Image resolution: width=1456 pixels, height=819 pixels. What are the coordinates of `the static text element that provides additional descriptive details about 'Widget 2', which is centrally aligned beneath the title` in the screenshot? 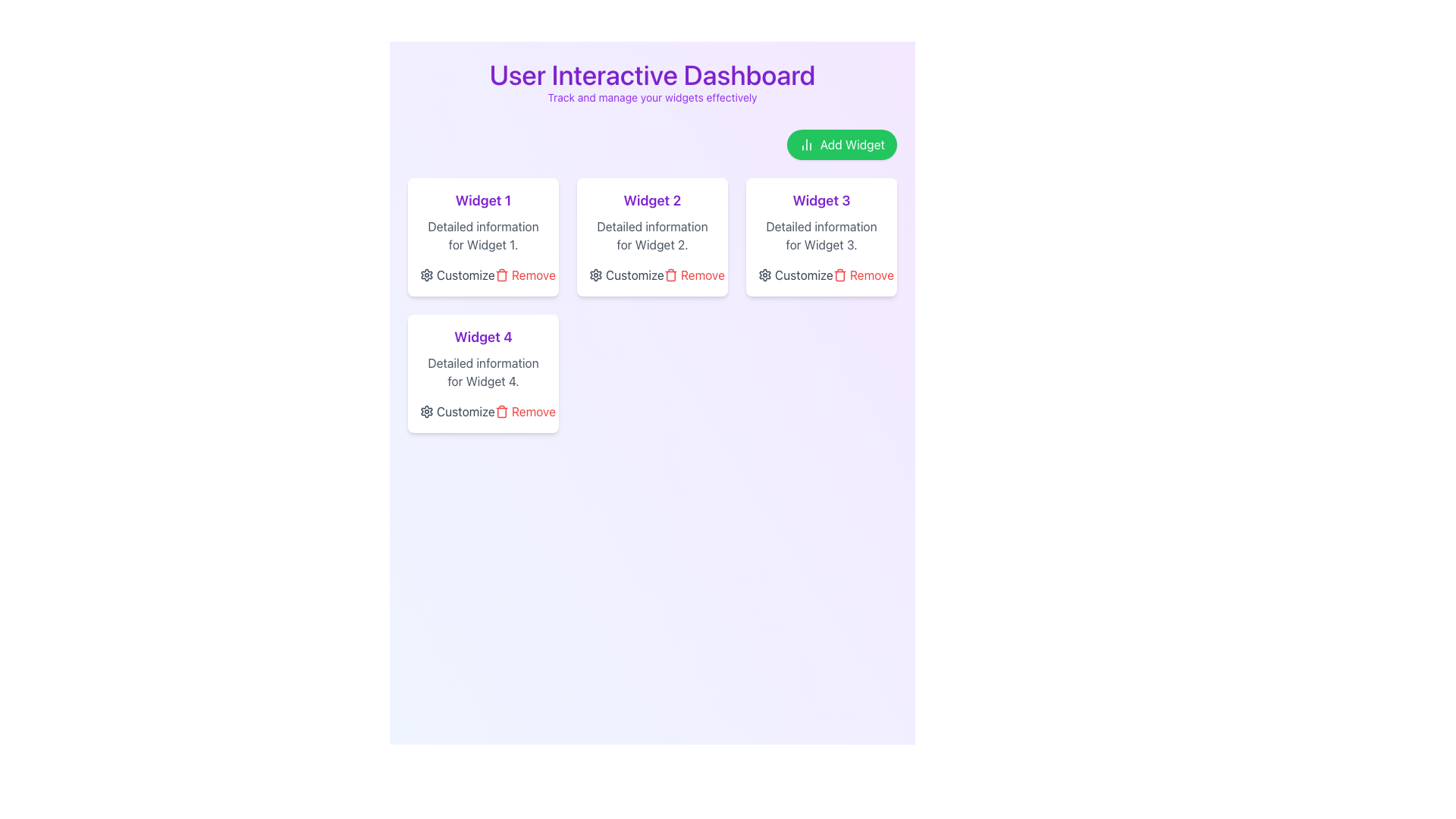 It's located at (652, 236).